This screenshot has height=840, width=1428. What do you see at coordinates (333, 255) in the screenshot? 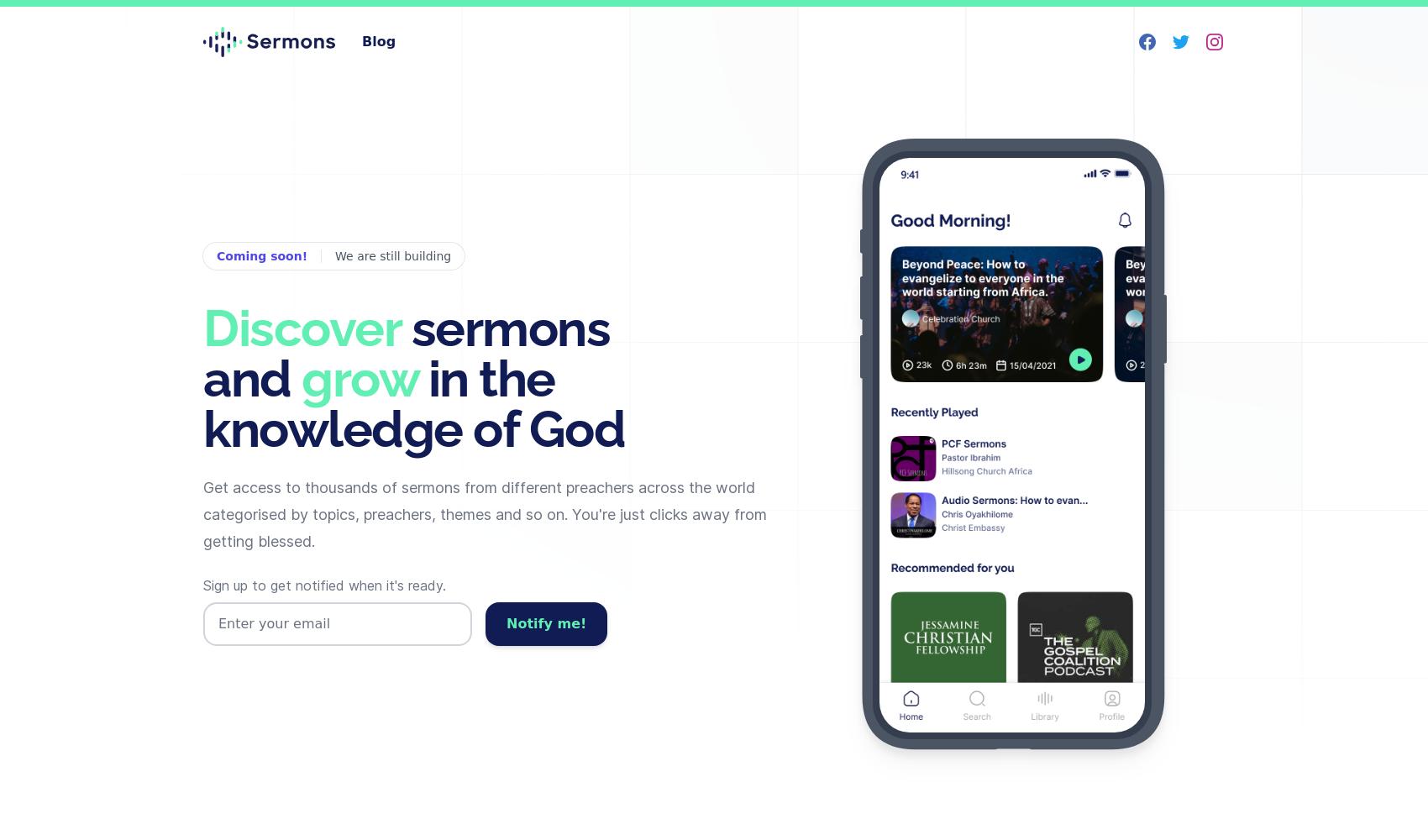
I see `'We are still building'` at bounding box center [333, 255].